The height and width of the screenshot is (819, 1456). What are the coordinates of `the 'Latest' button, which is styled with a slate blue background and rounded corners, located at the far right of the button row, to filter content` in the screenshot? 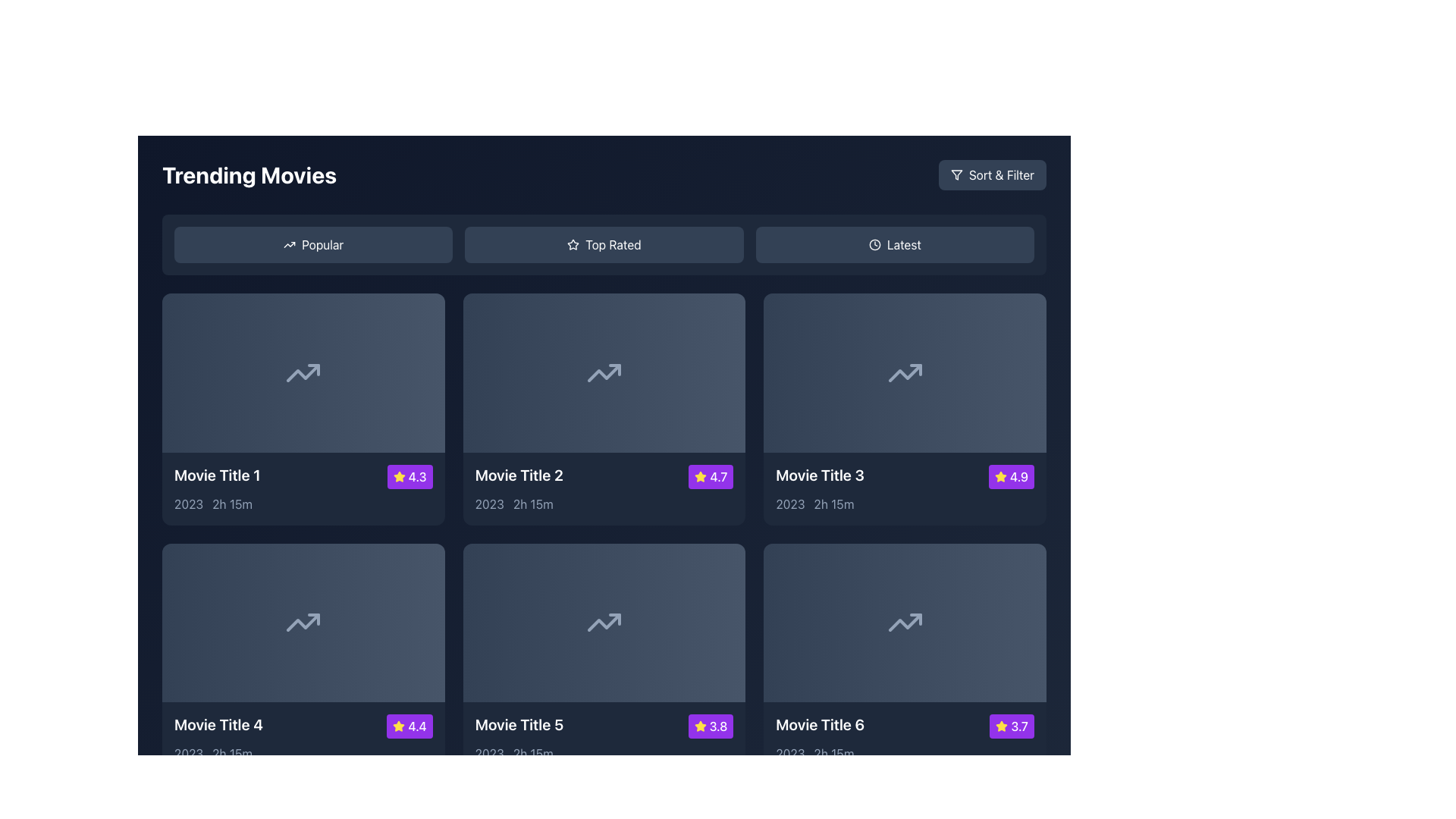 It's located at (895, 244).